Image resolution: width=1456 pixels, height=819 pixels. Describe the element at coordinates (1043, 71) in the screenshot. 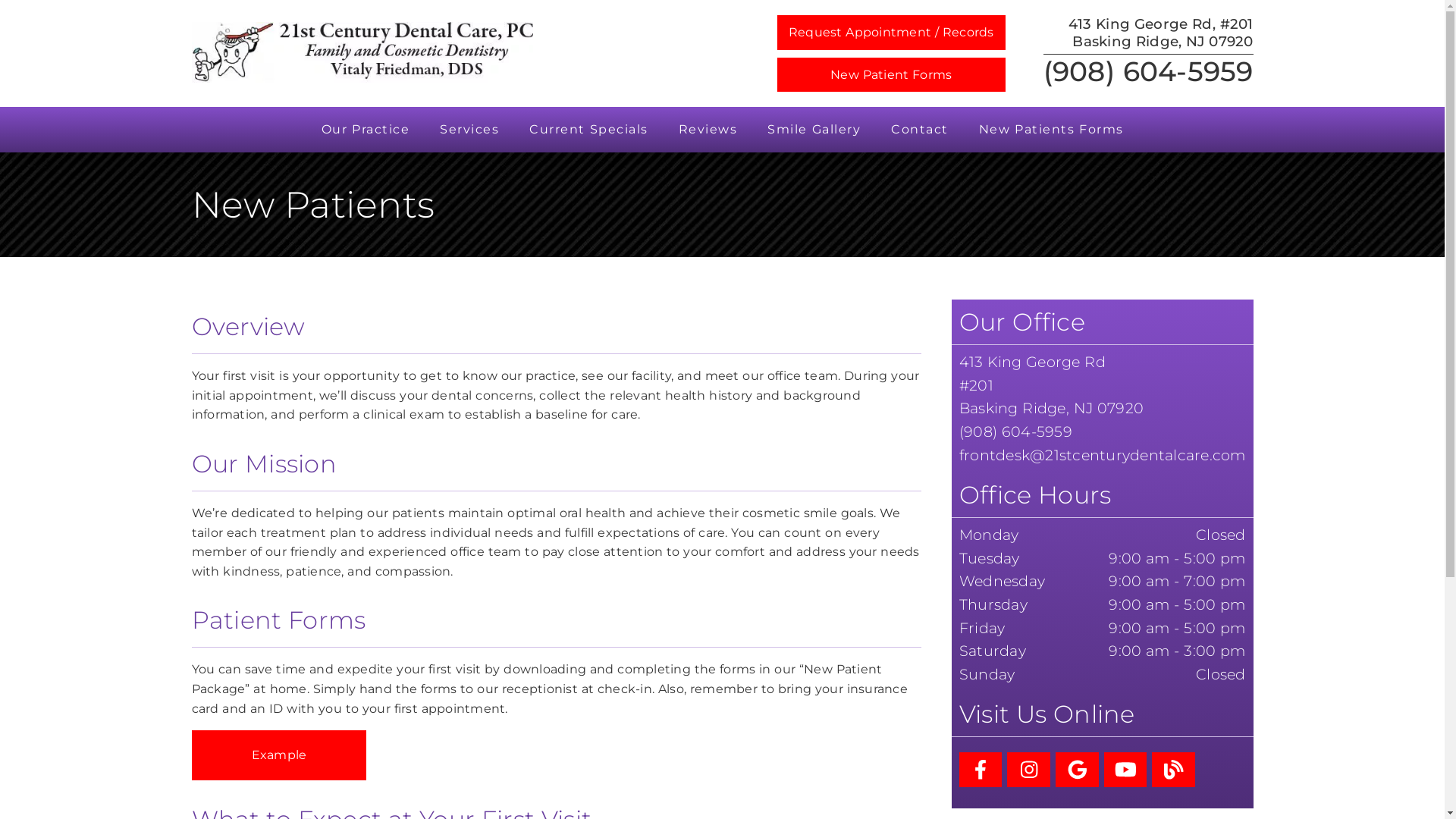

I see `'(908) 604-5959'` at that location.